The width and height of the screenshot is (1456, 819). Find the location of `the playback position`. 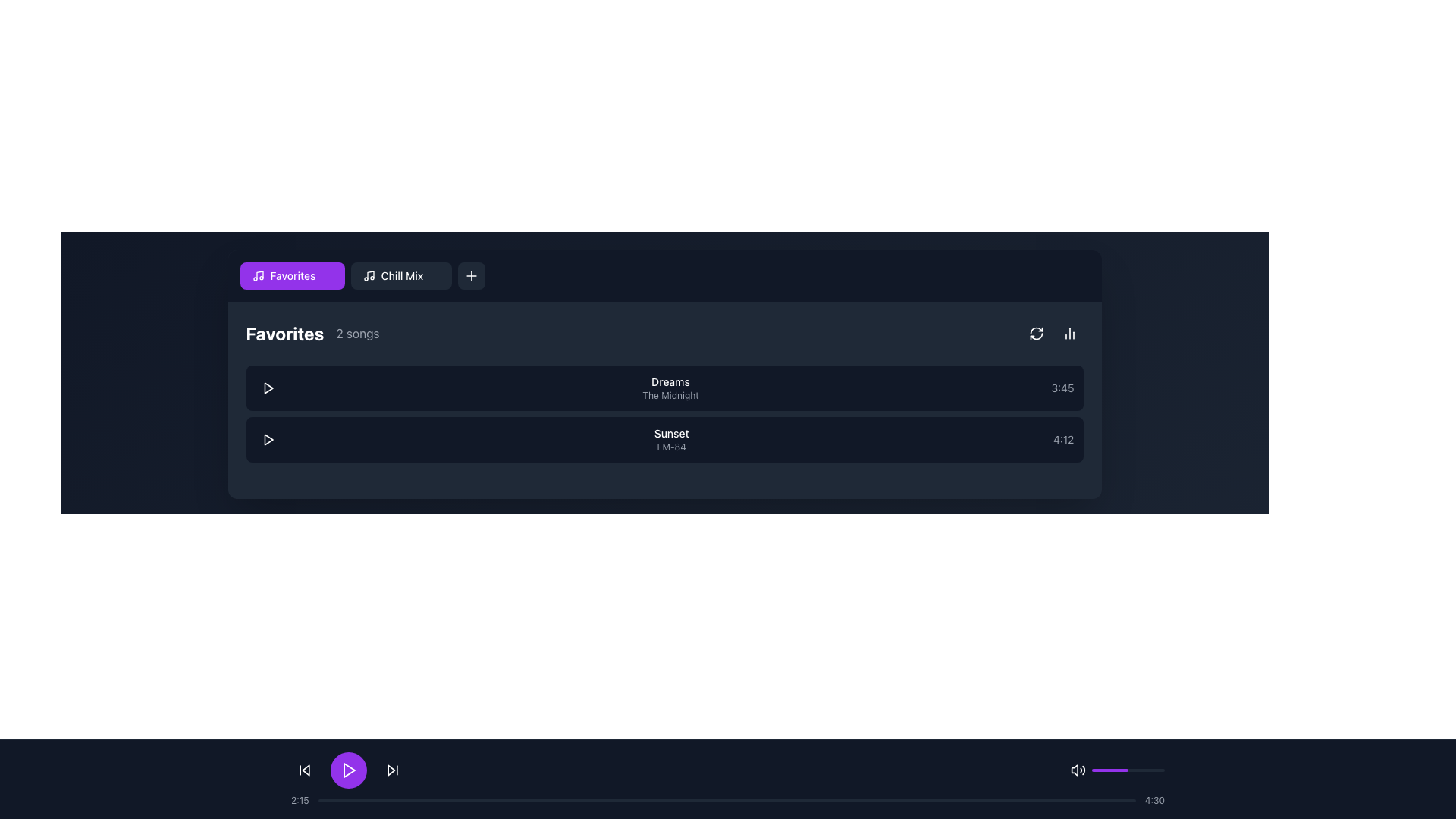

the playback position is located at coordinates (711, 800).